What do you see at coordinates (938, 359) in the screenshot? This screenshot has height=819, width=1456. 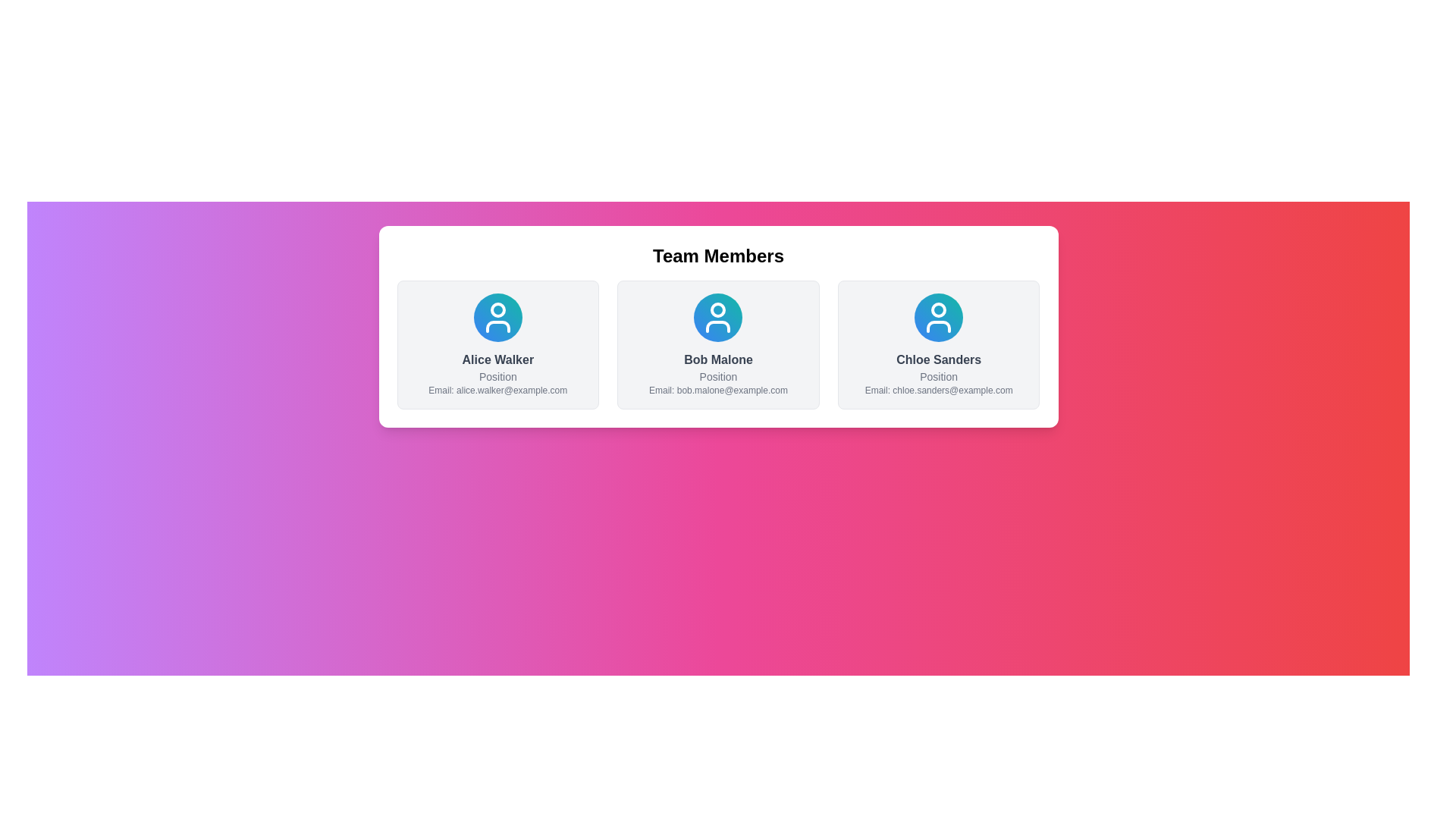 I see `the Text Label that identifies the name of the individual on the profile card located at the lower center of the rightmost card, positioned below a circular icon and above the 'Position' text and email address` at bounding box center [938, 359].